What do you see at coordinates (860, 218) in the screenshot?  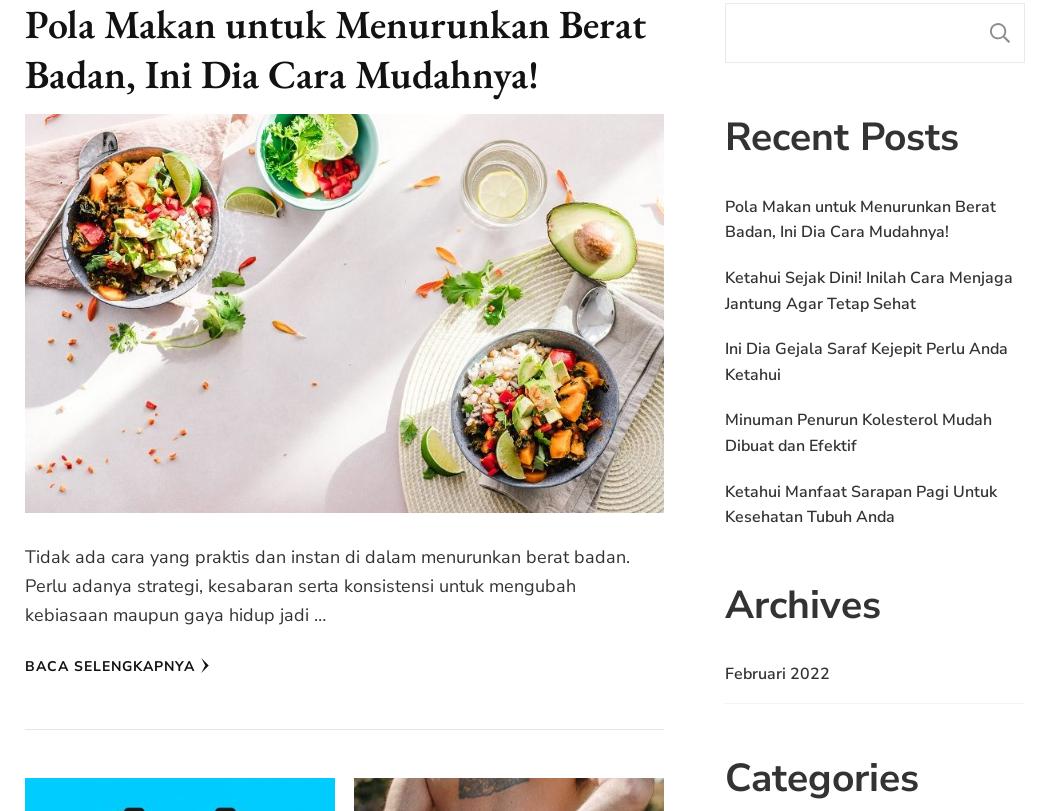 I see `'Pola Makan untuk Menurunkan Berat Badan, Ini Dia Cara Mudahnya!'` at bounding box center [860, 218].